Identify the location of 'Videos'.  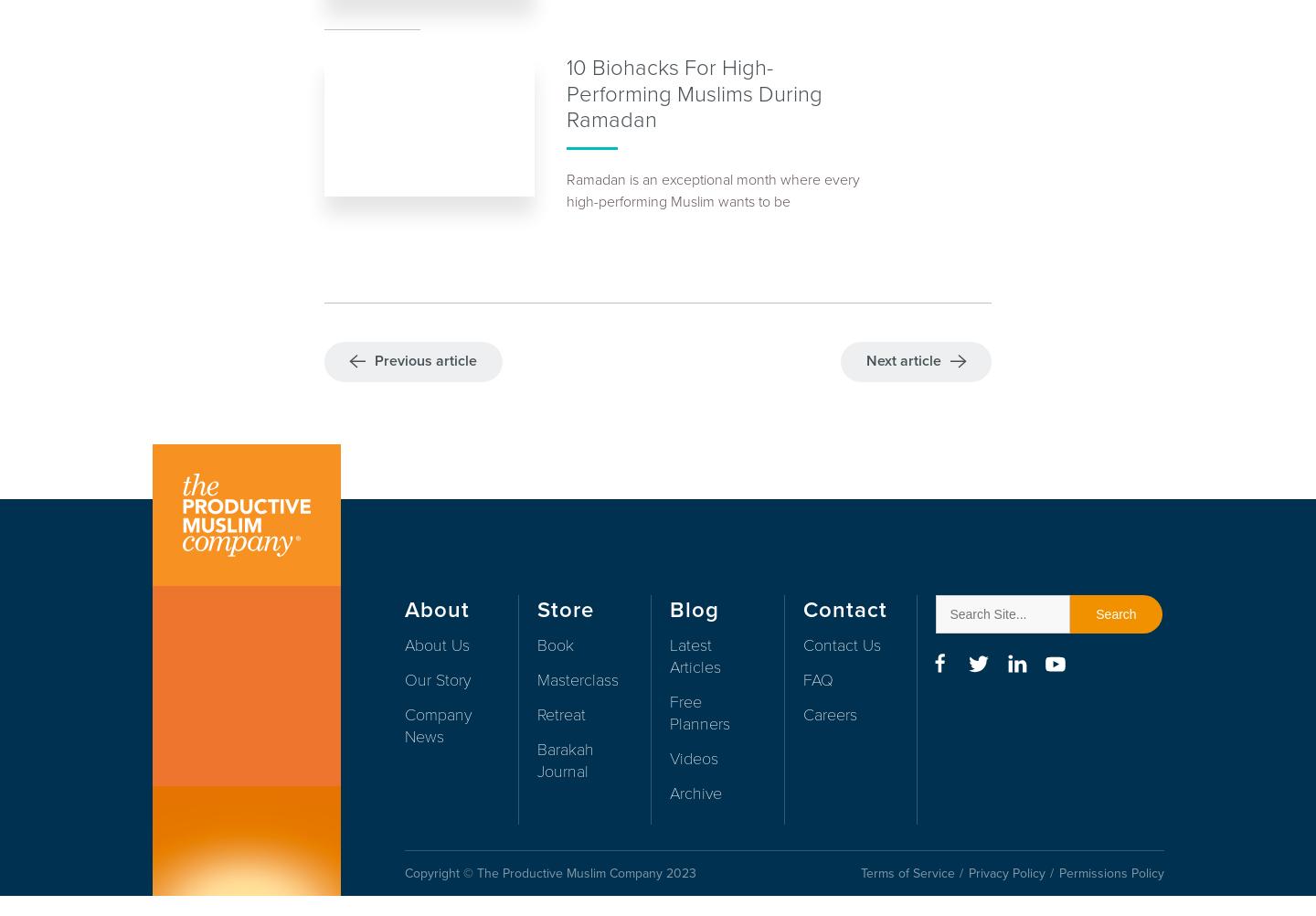
(693, 757).